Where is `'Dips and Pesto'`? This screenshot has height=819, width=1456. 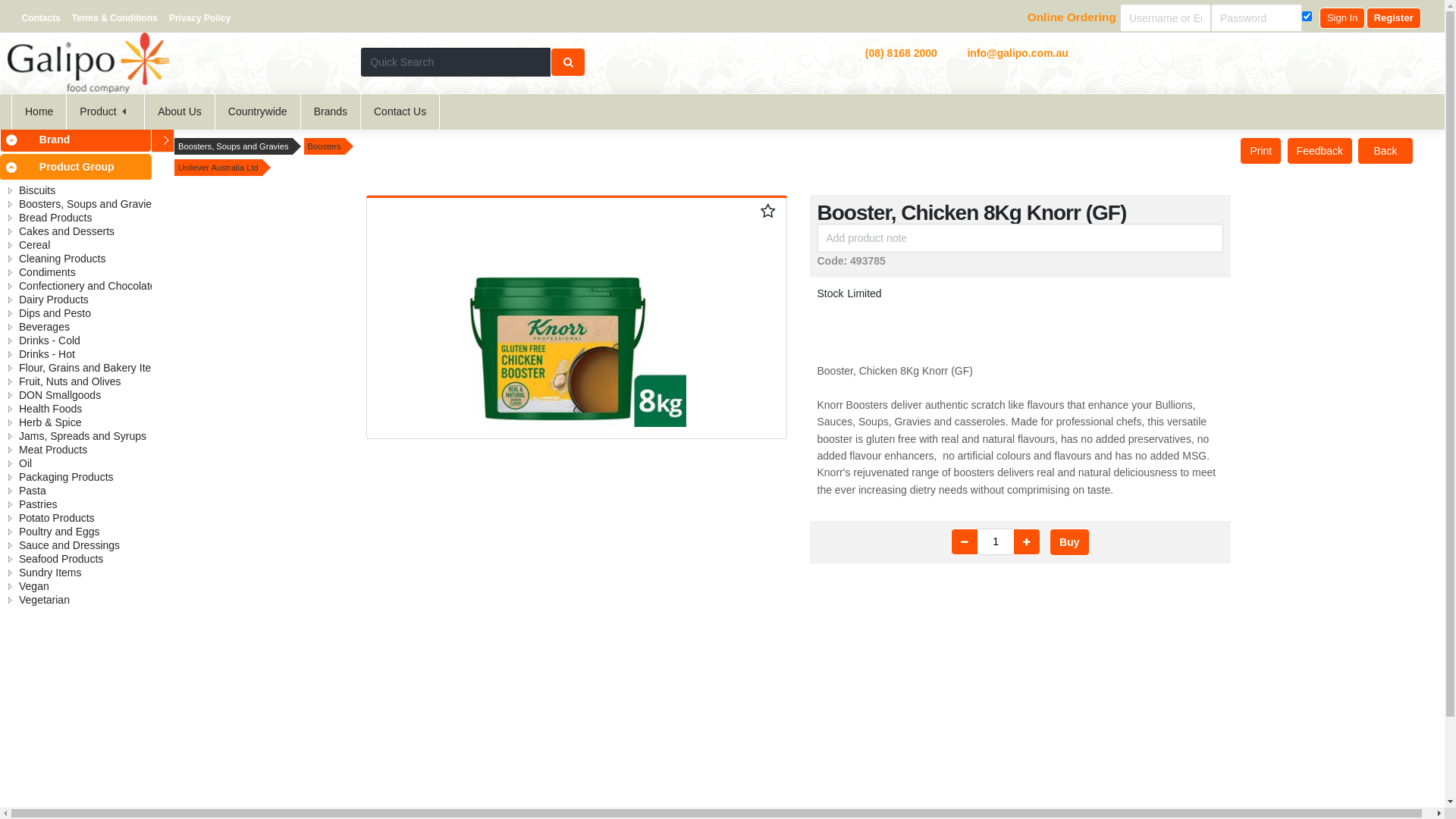 'Dips and Pesto' is located at coordinates (55, 312).